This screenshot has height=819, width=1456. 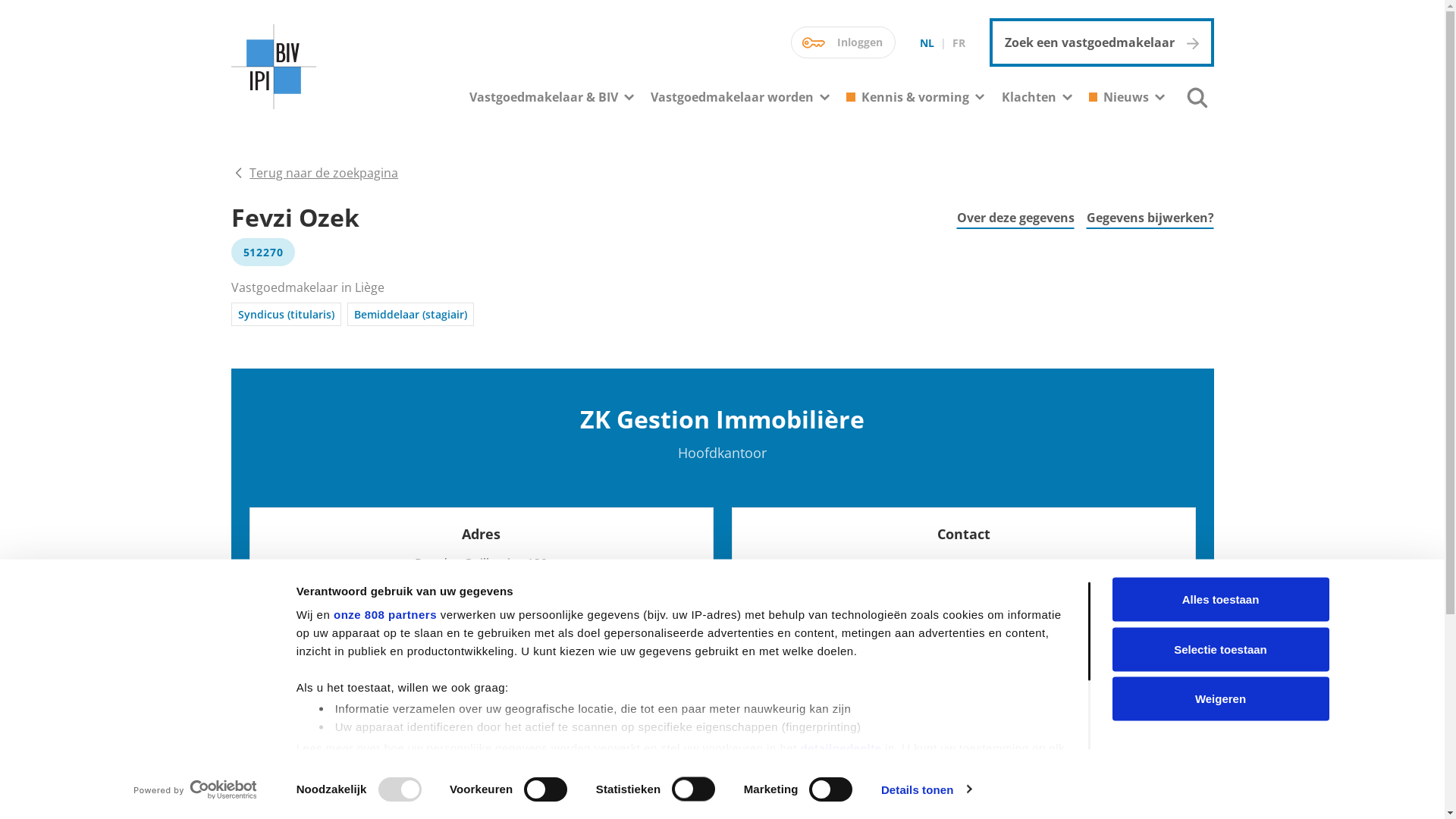 What do you see at coordinates (914, 96) in the screenshot?
I see `'Kennis & vorming'` at bounding box center [914, 96].